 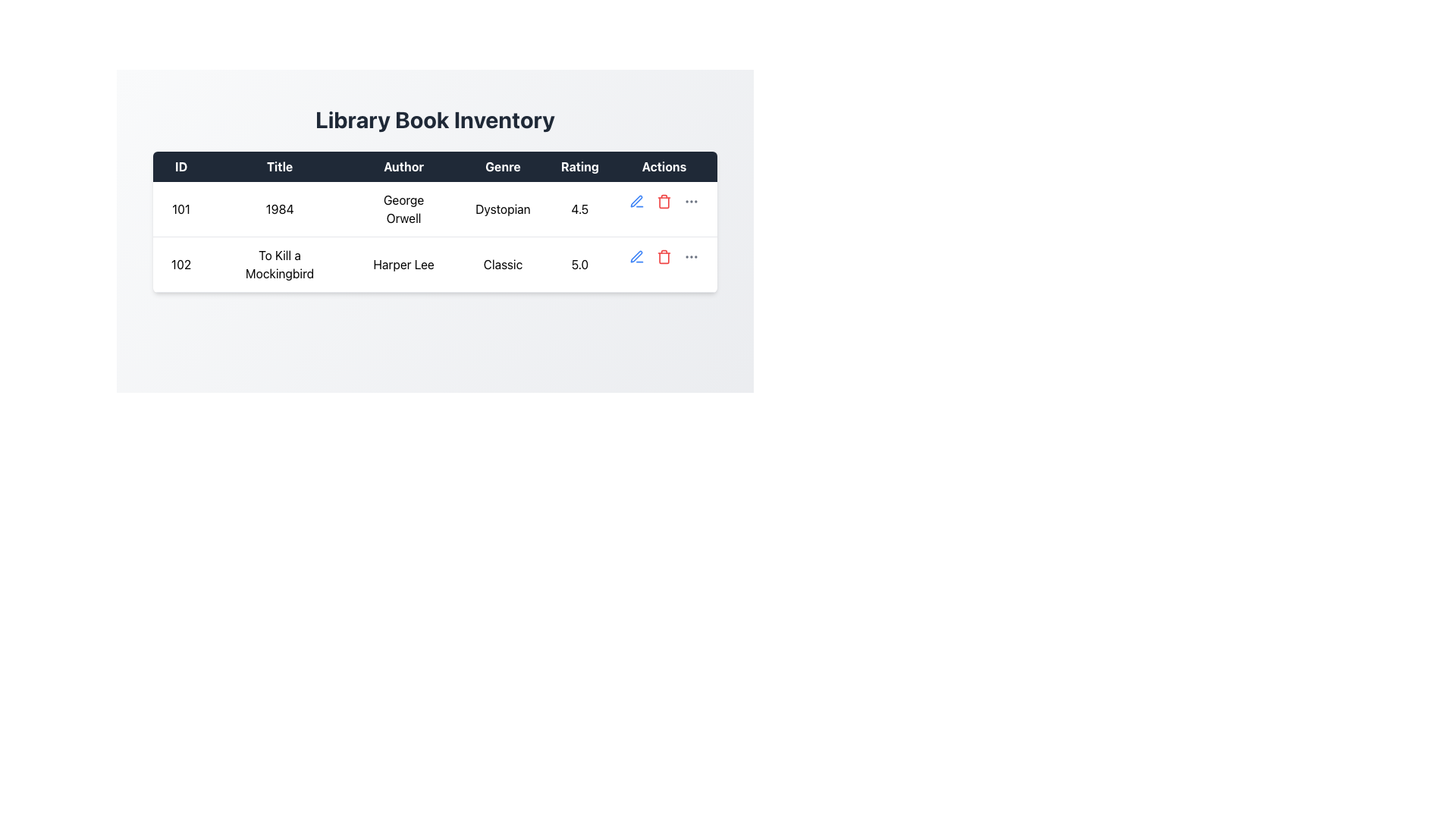 What do you see at coordinates (637, 256) in the screenshot?
I see `the small pen icon button located in the second row of the table's 'Actions' column to initiate the edit action` at bounding box center [637, 256].